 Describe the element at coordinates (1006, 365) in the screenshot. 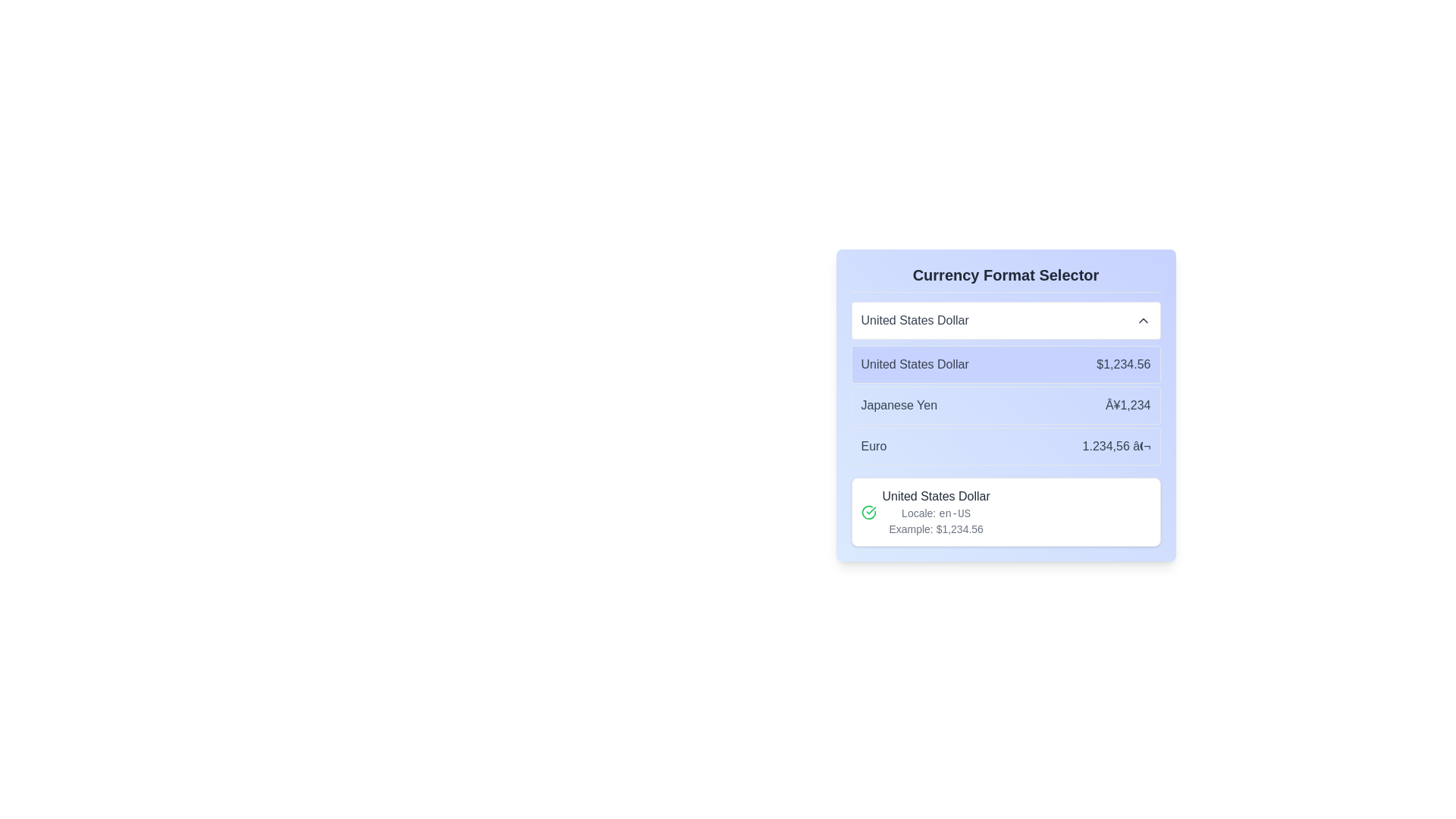

I see `the first selectable option in the currency format selector list, labeled 'United States Dollar'` at that location.